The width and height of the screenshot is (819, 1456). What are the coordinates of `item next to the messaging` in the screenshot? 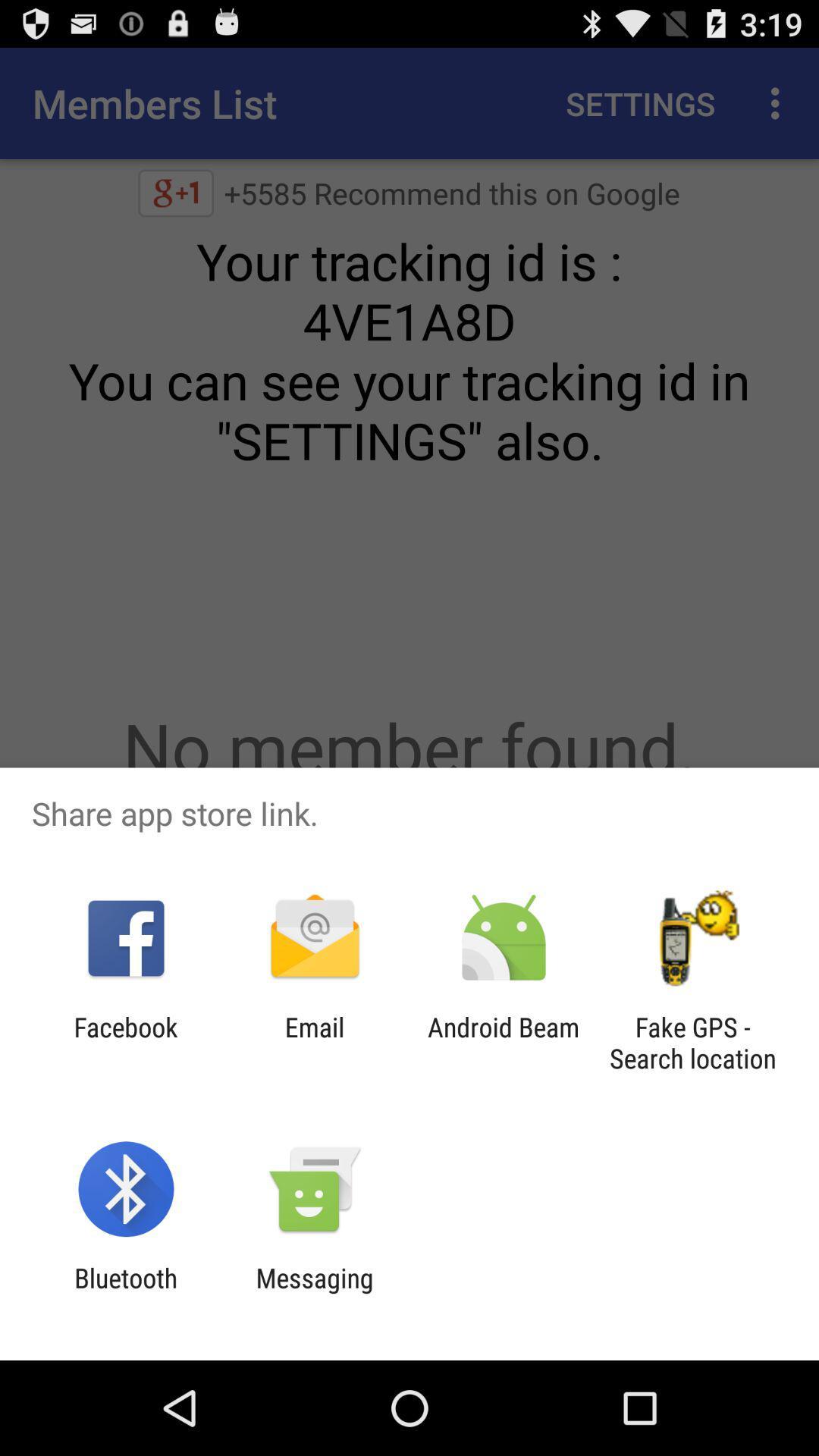 It's located at (125, 1293).